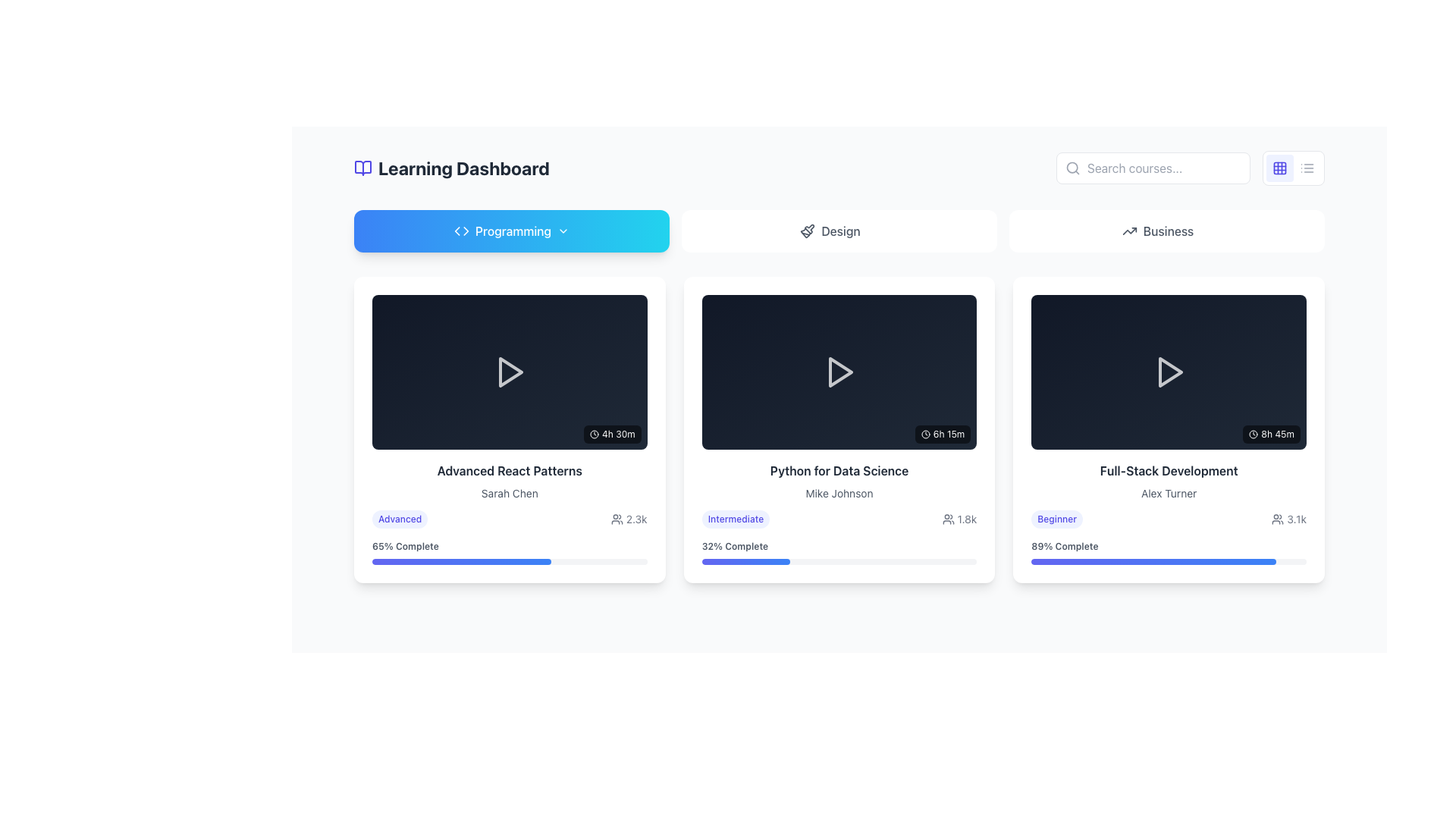 The height and width of the screenshot is (819, 1456). I want to click on the navigation buttons in the button group located beneath the 'Learning Dashboard' header, so click(839, 231).